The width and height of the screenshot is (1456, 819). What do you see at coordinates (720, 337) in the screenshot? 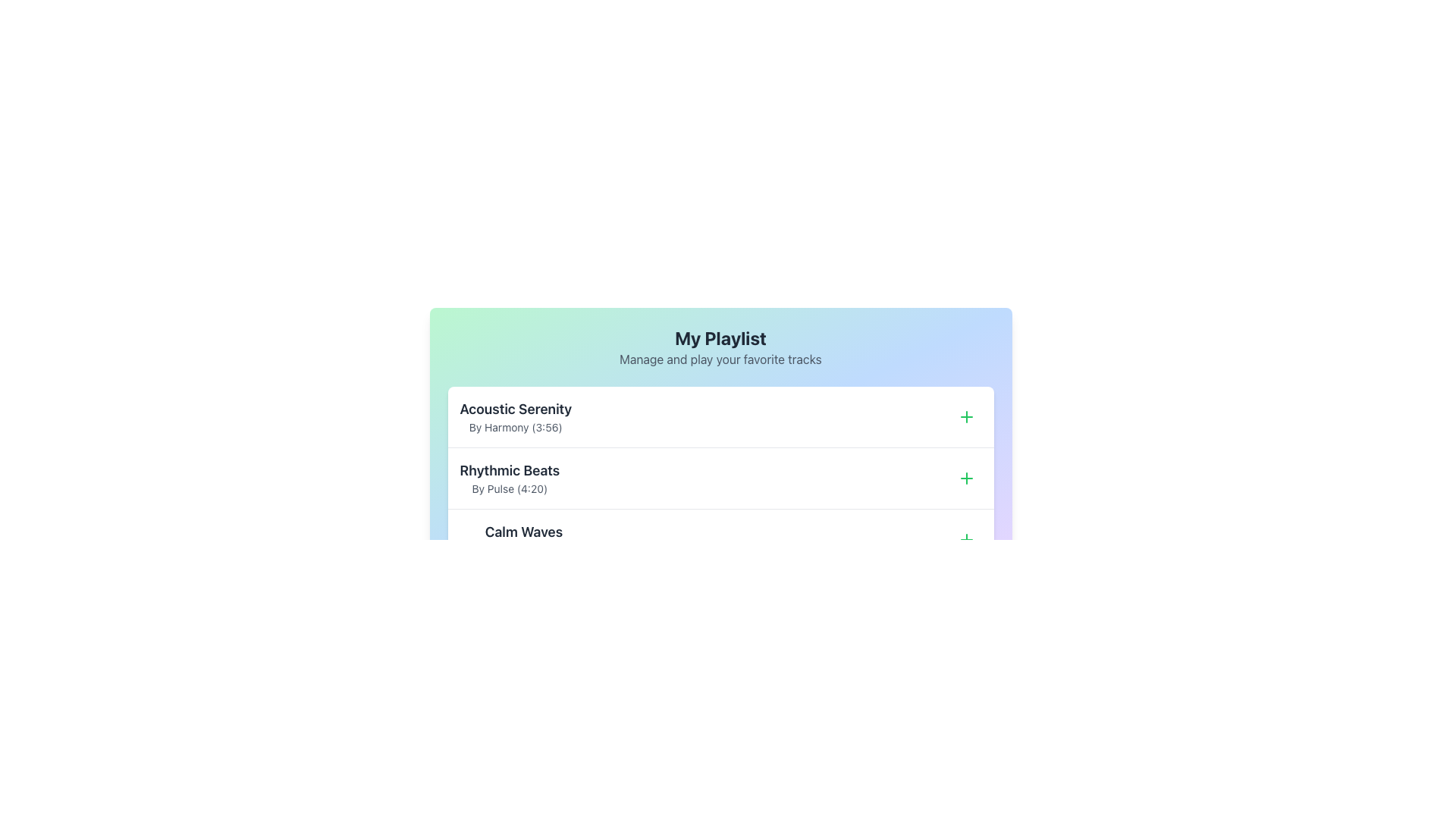
I see `the Text Header element titled 'My Playlist' which is centrally aligned at the top of the interface, indicating the current context of the page` at bounding box center [720, 337].